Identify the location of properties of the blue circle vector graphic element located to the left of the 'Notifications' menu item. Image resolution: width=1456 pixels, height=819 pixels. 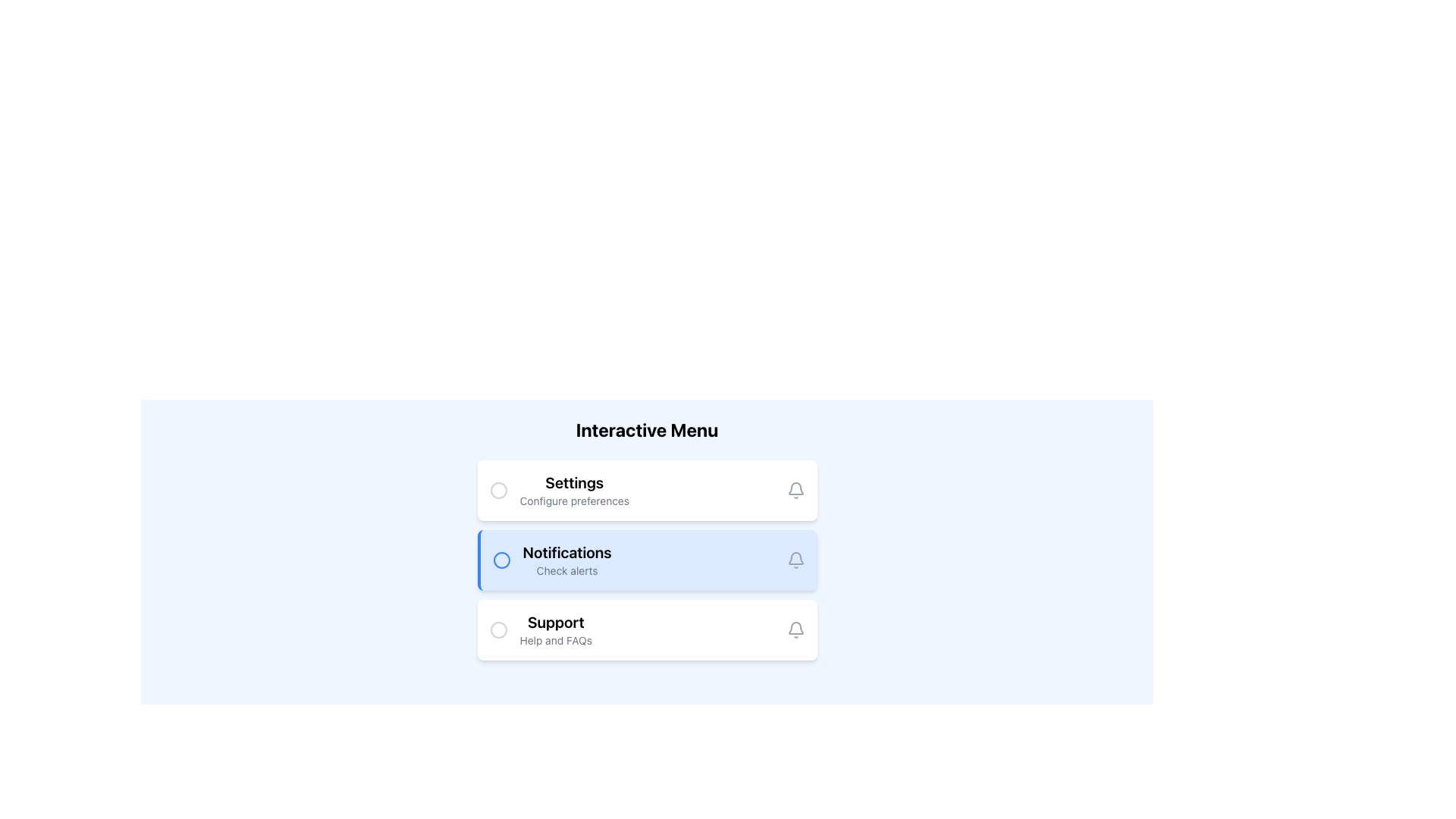
(501, 560).